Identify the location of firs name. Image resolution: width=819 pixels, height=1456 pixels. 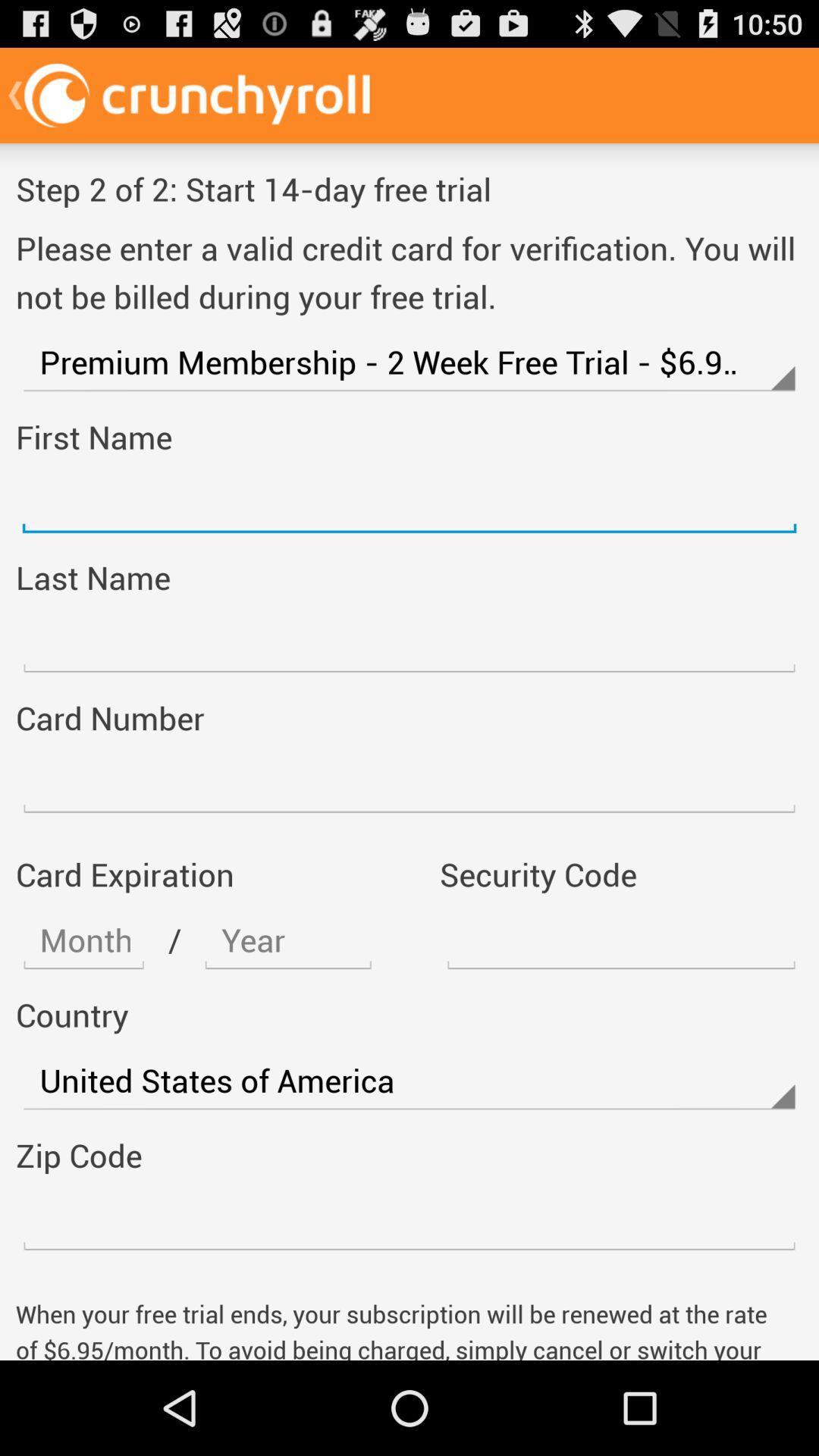
(409, 503).